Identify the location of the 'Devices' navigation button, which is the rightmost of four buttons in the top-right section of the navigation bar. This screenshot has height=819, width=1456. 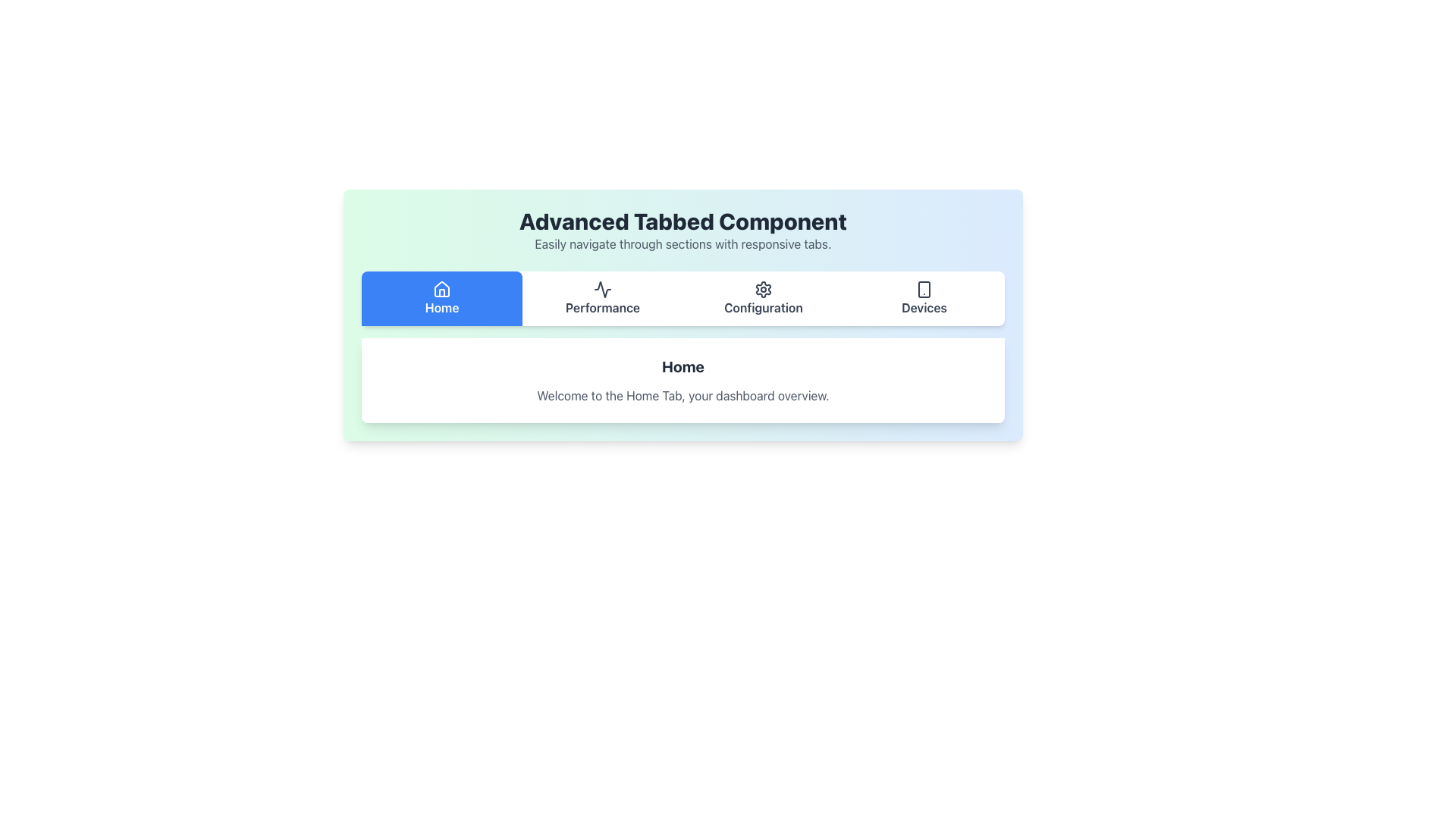
(924, 298).